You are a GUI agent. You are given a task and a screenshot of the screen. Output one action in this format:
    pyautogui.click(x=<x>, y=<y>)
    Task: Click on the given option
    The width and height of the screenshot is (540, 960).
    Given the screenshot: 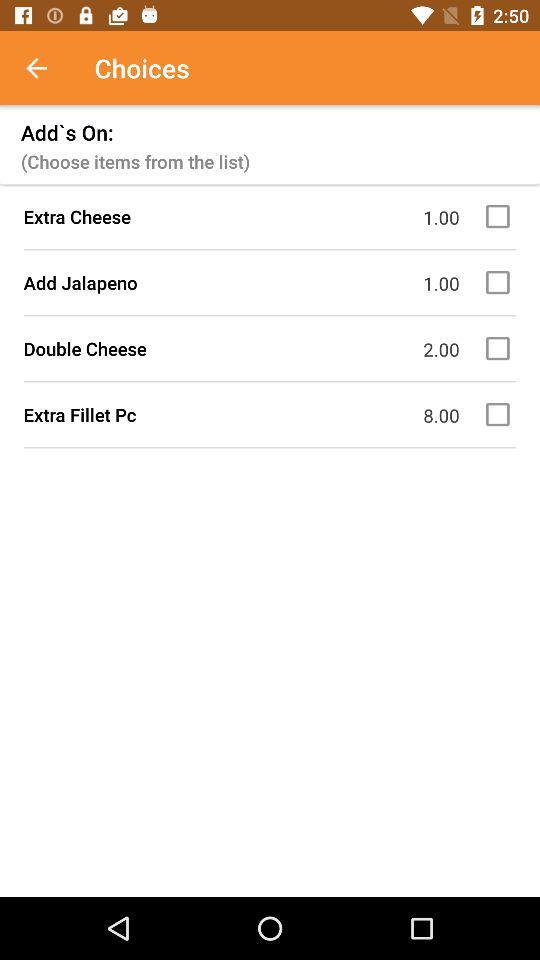 What is the action you would take?
    pyautogui.click(x=500, y=281)
    